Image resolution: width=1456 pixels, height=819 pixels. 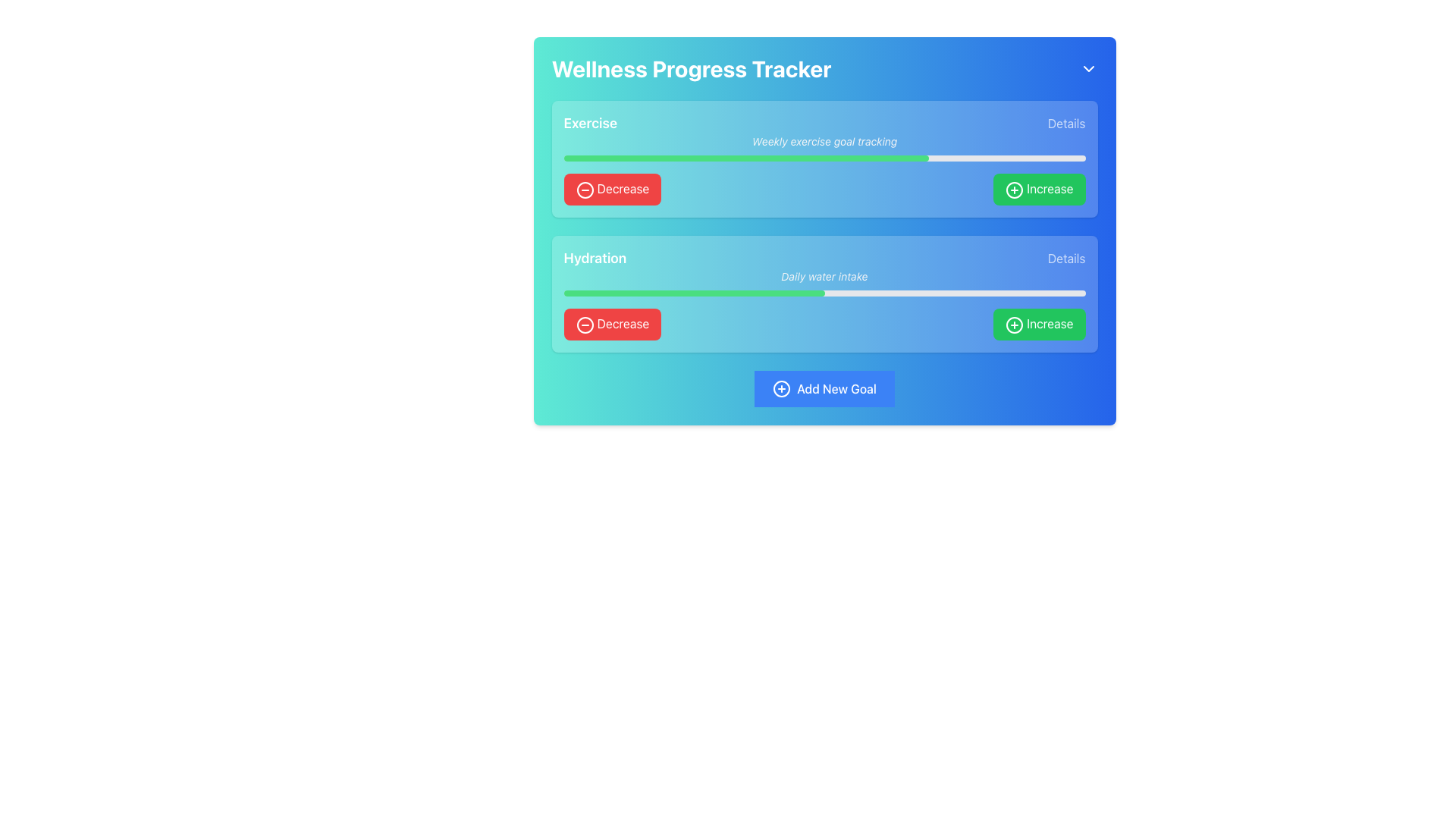 What do you see at coordinates (1065, 122) in the screenshot?
I see `the 'Details' button, which is a text button with white font on a blue background, to increase its opacity` at bounding box center [1065, 122].